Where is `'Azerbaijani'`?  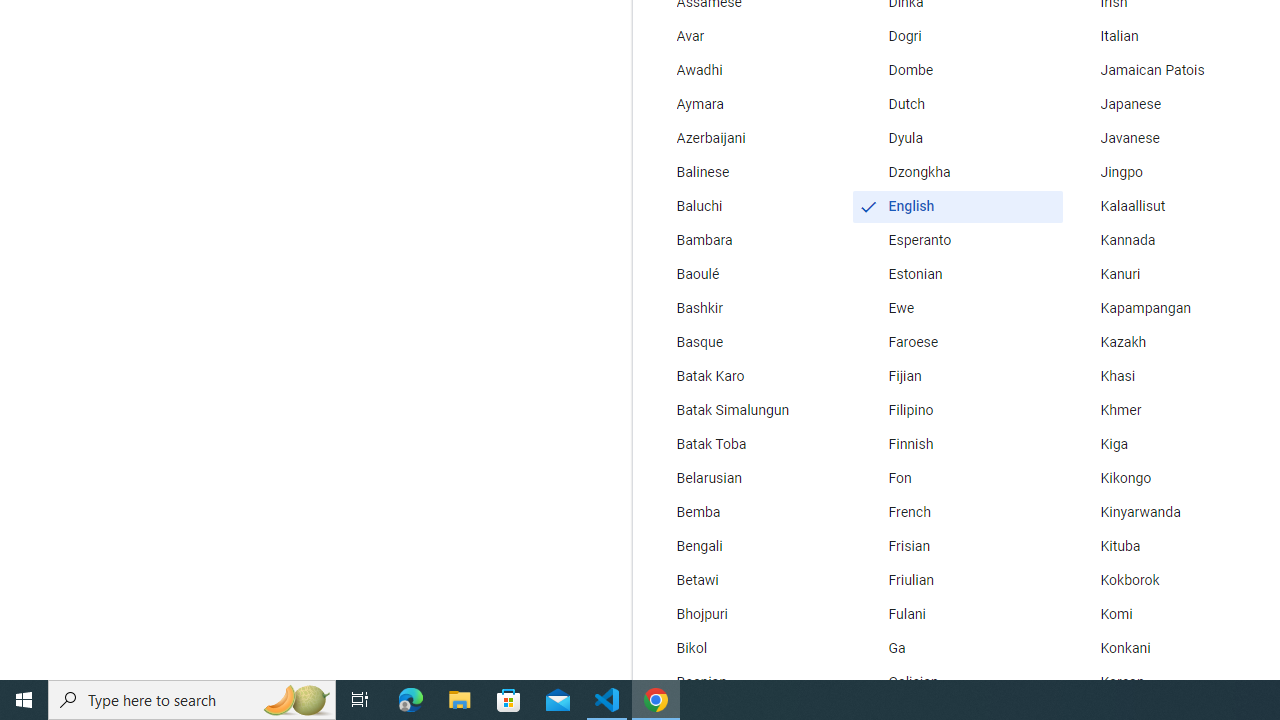
'Azerbaijani' is located at coordinates (744, 137).